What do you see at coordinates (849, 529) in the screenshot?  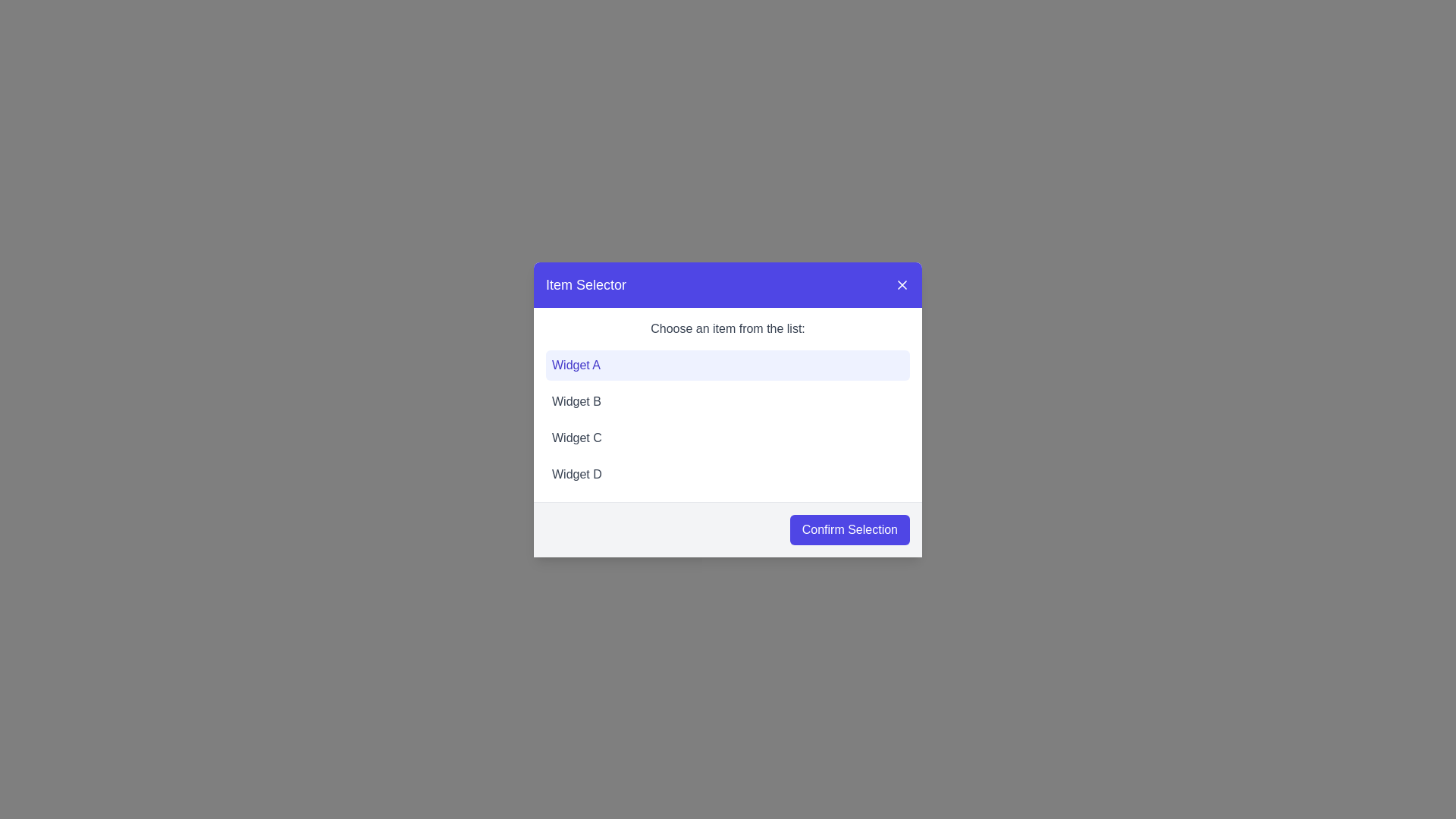 I see `the confirmation button located at the bottom-right corner of the modal dialog to observe its hover effect` at bounding box center [849, 529].